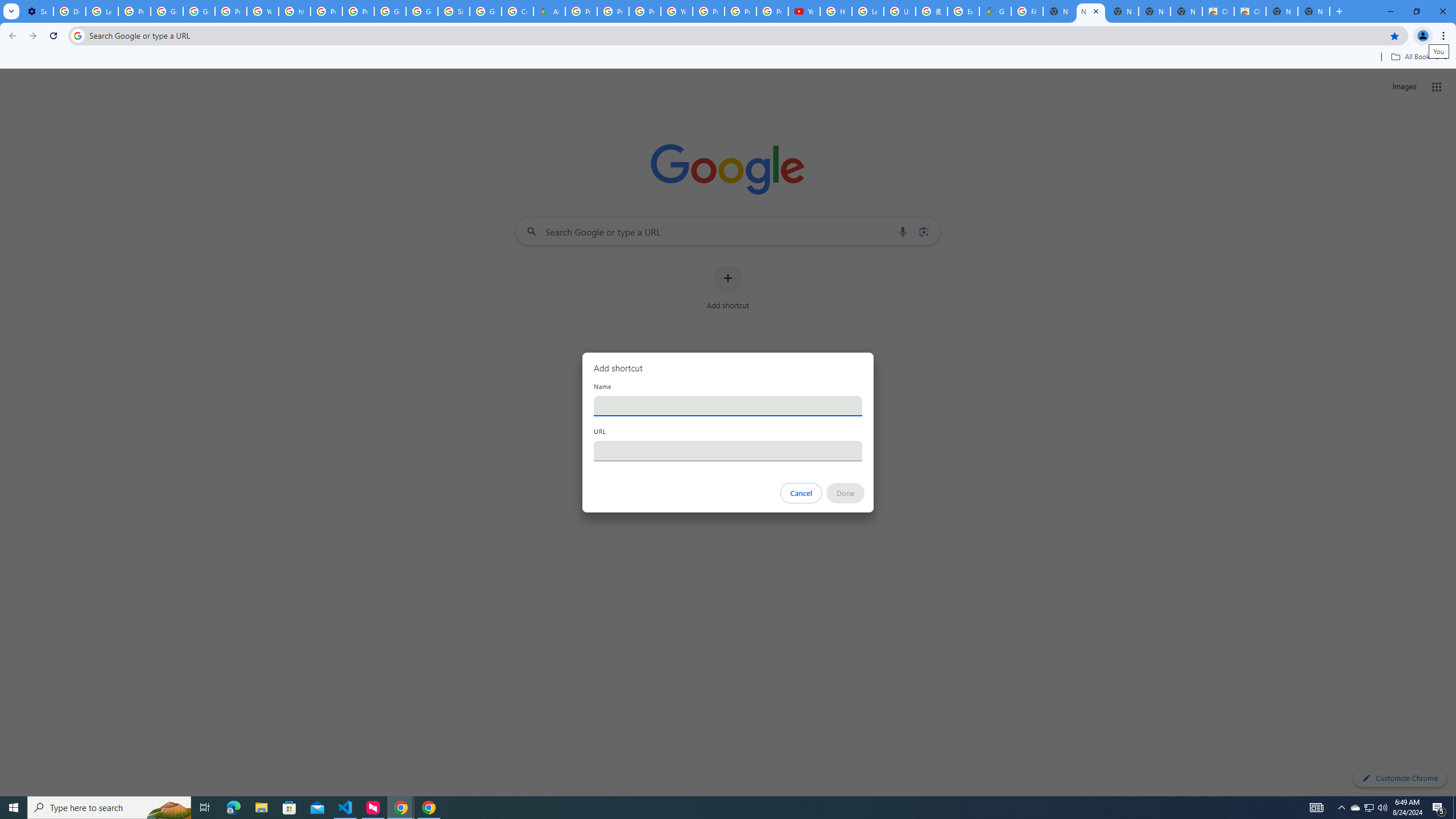  Describe the element at coordinates (77, 35) in the screenshot. I see `'Search icon'` at that location.